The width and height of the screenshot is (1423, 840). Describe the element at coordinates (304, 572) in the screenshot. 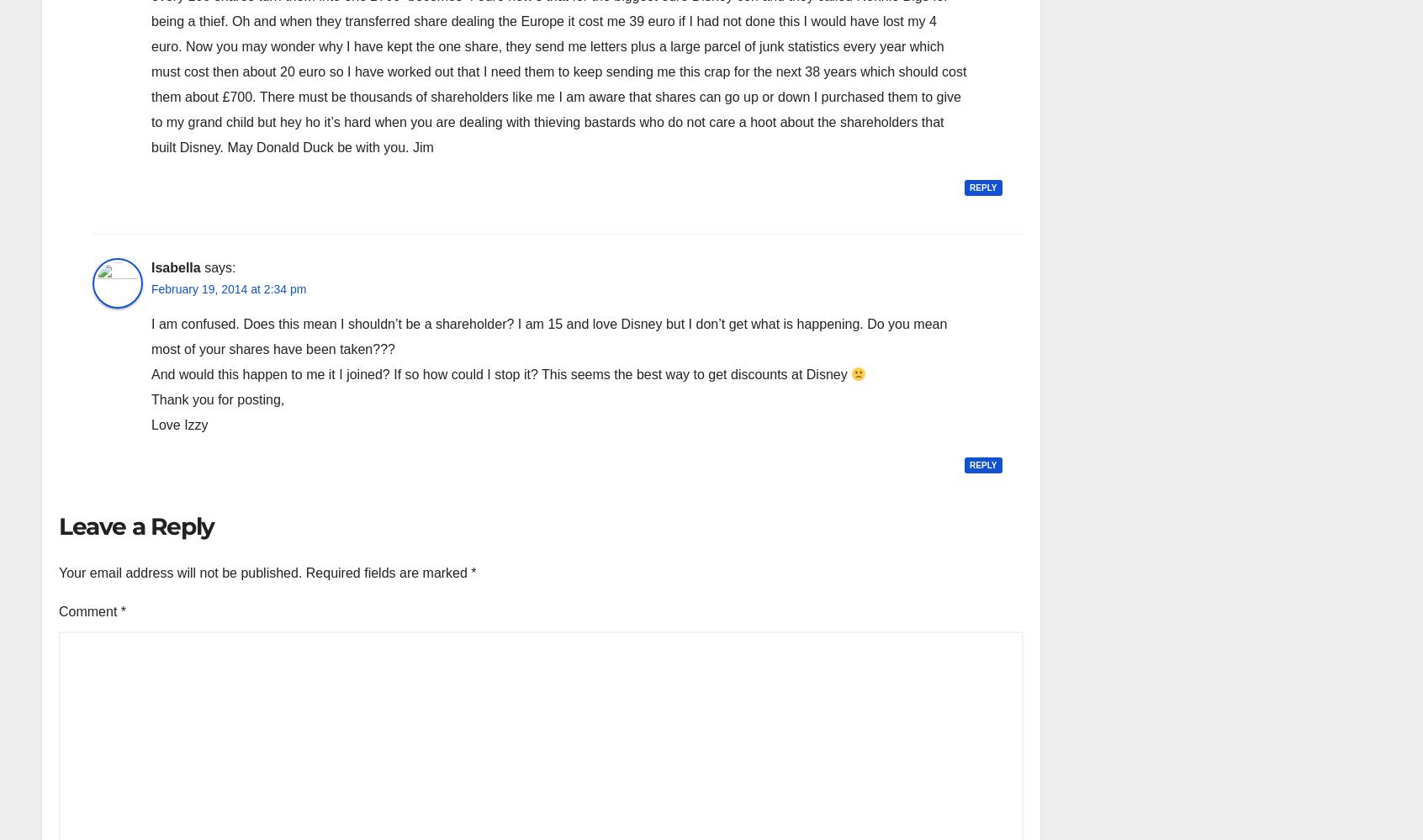

I see `'Required fields are marked'` at that location.